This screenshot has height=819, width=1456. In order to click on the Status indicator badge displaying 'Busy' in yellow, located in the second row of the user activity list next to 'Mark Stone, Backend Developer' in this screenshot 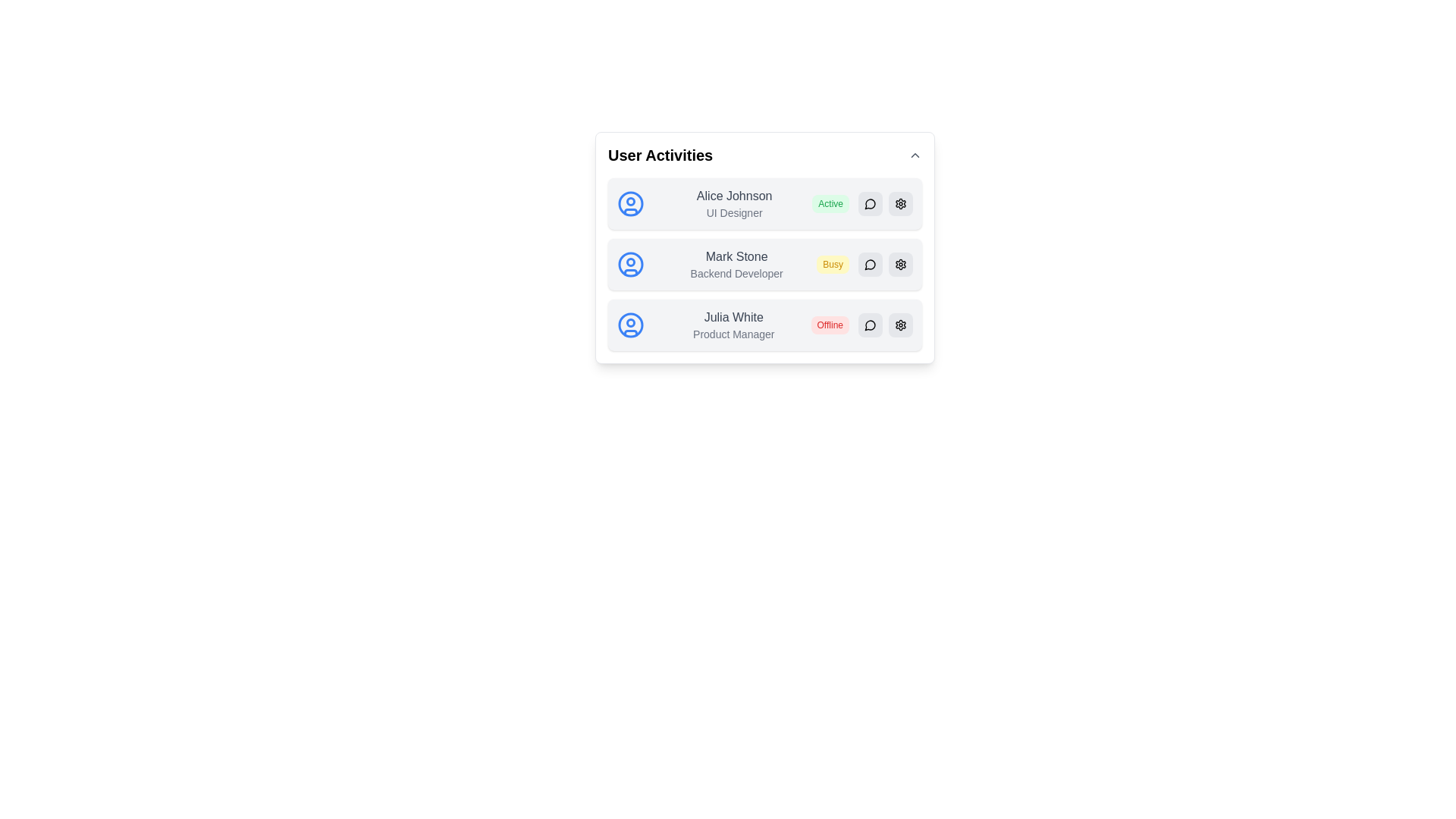, I will do `click(832, 263)`.